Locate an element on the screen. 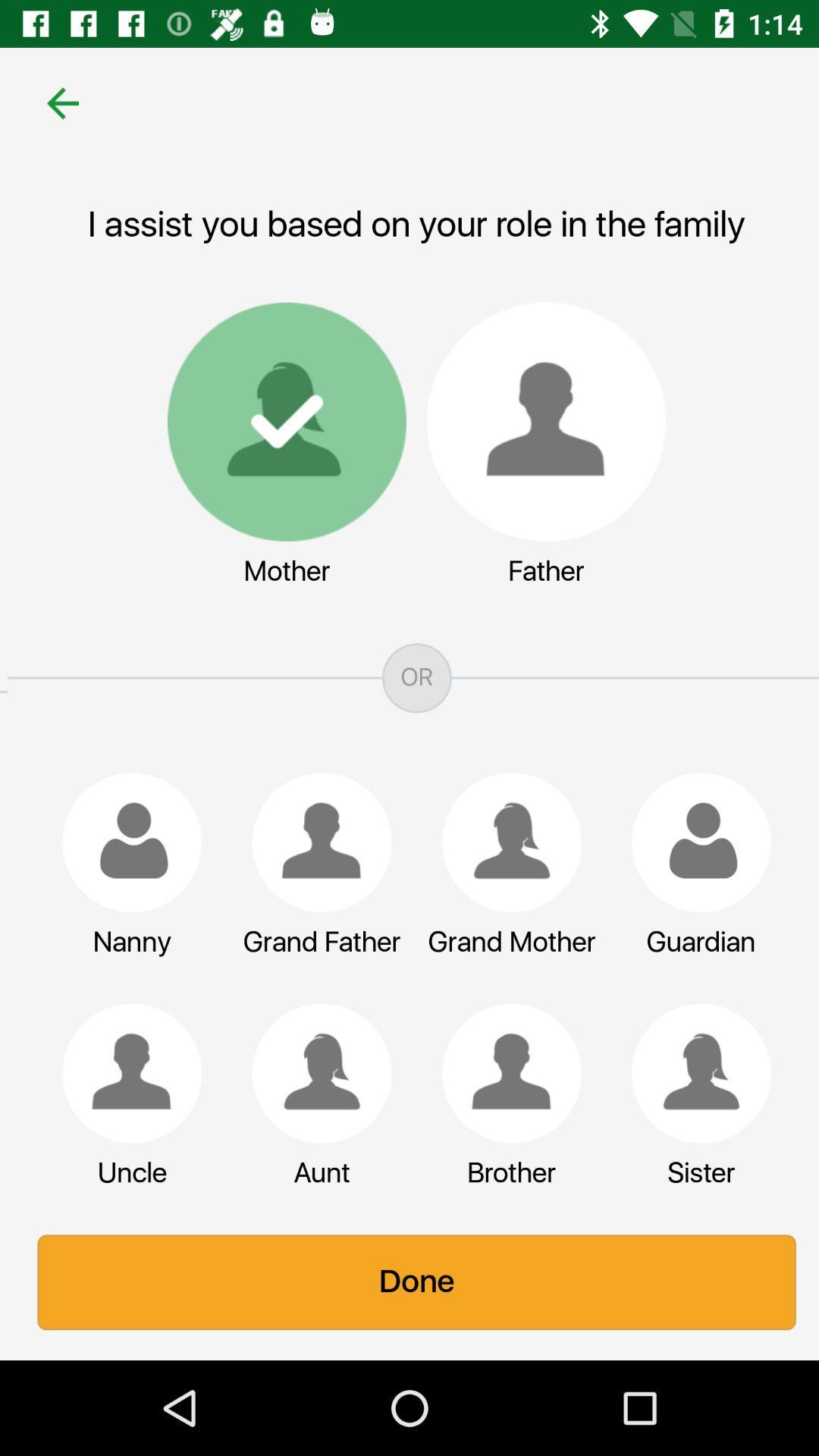  icon above i assist you icon is located at coordinates (55, 102).